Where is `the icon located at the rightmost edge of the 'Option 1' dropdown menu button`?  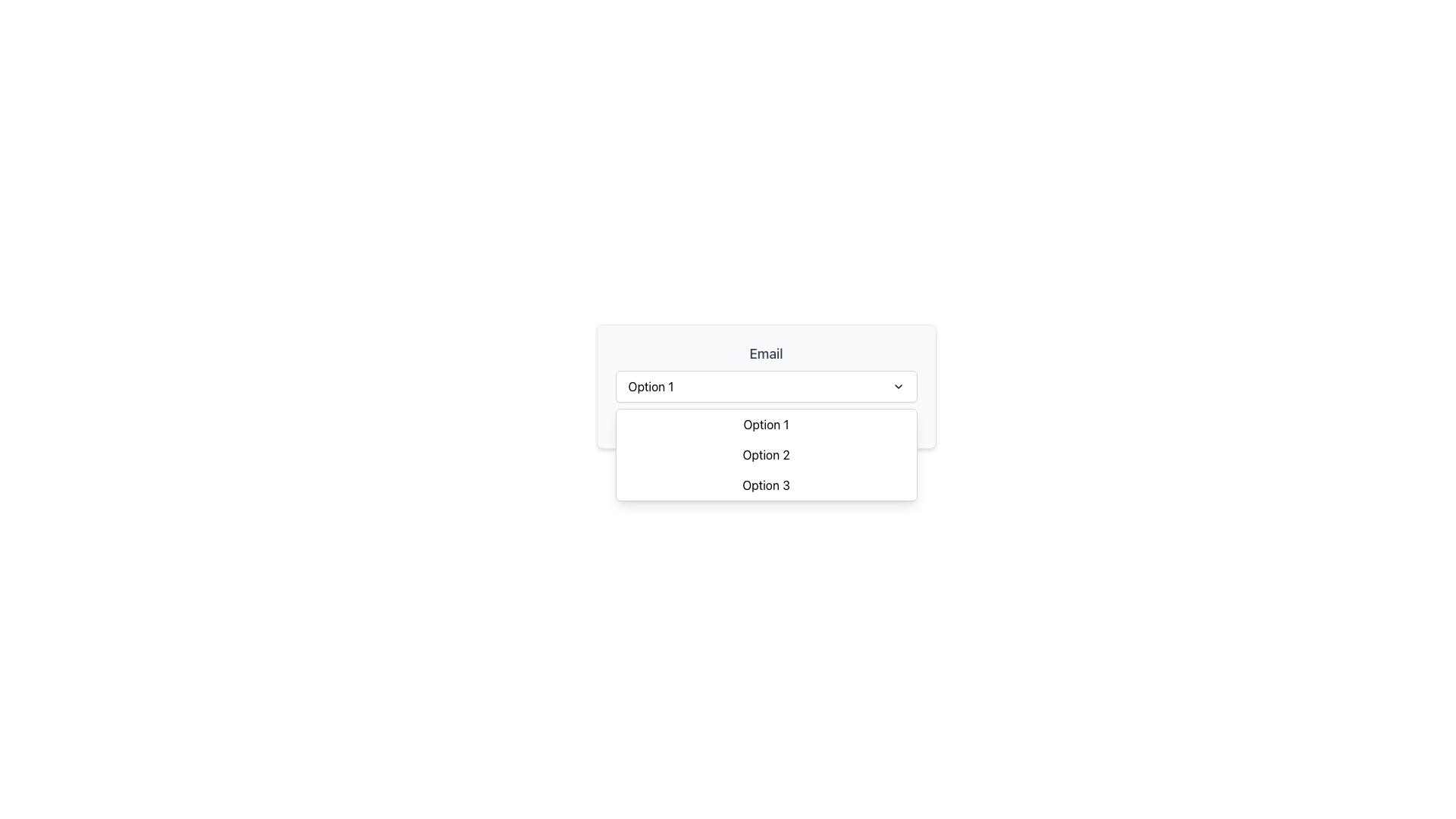
the icon located at the rightmost edge of the 'Option 1' dropdown menu button is located at coordinates (898, 385).